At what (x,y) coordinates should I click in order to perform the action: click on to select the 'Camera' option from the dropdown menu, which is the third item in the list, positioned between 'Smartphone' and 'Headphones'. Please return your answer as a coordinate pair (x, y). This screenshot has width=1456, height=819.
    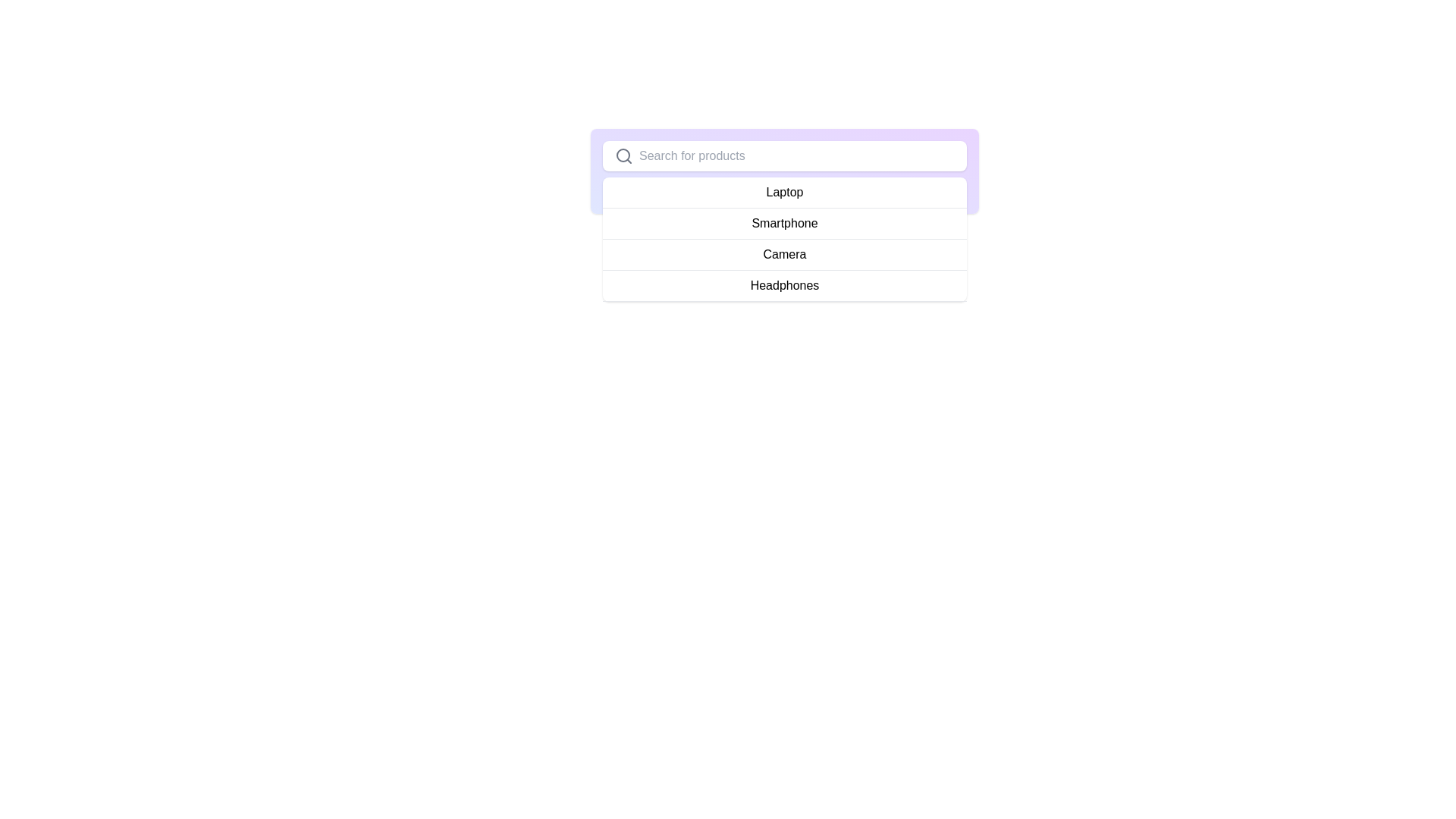
    Looking at the image, I should click on (785, 253).